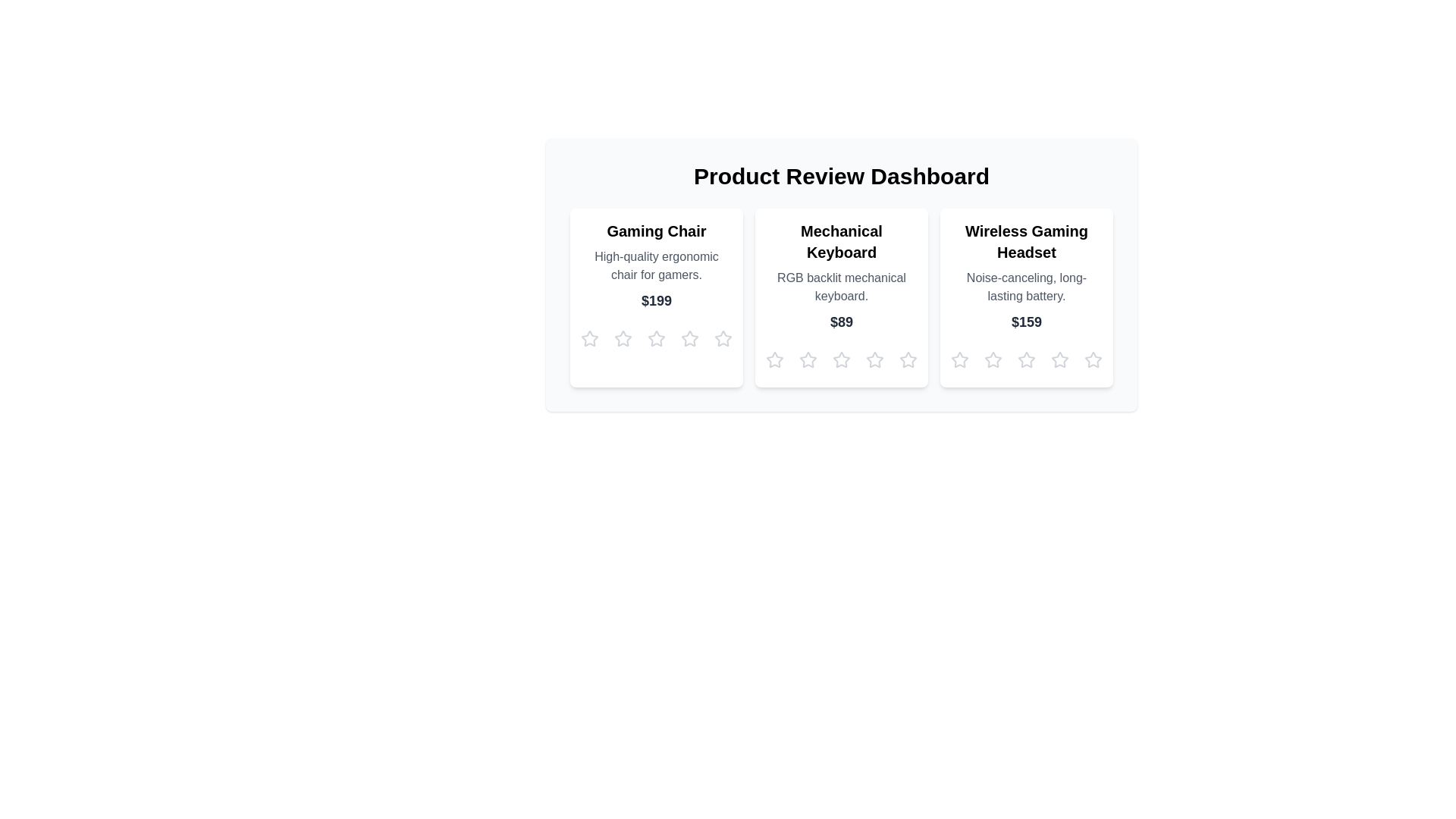  Describe the element at coordinates (689, 338) in the screenshot. I see `the star corresponding to 4 for the product Gaming Chair` at that location.